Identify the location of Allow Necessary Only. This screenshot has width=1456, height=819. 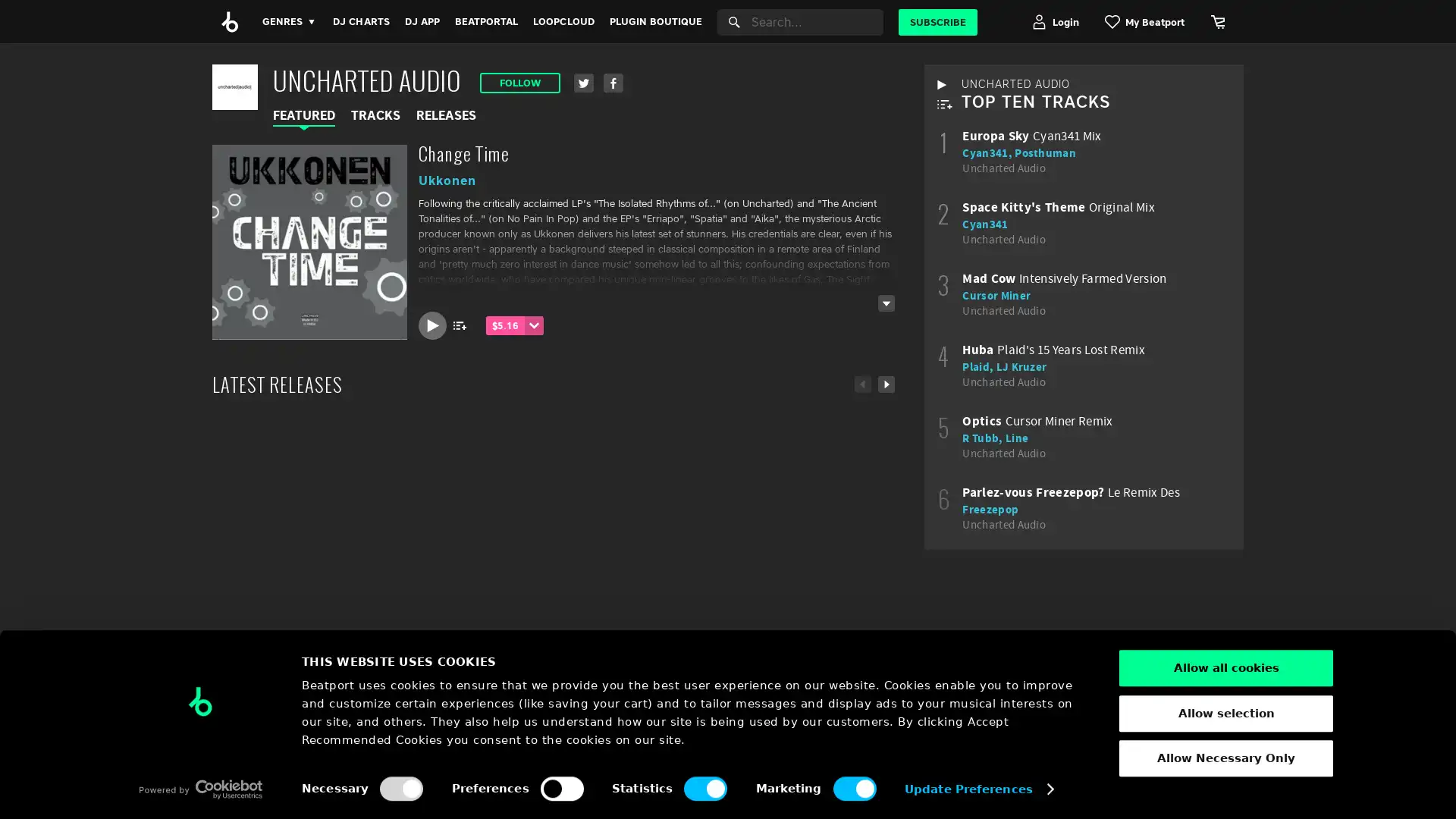
(1226, 758).